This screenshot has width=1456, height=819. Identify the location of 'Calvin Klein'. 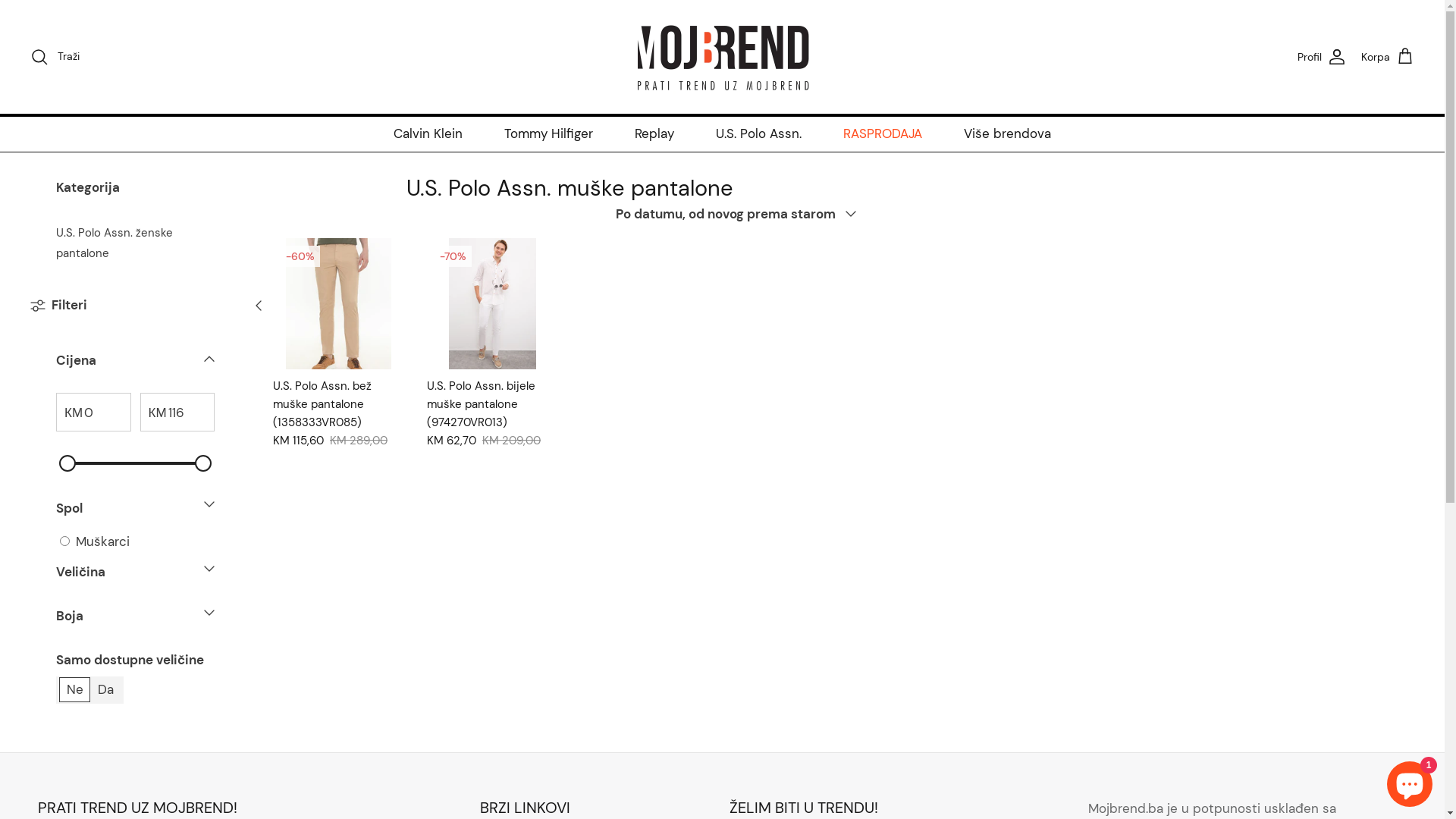
(427, 133).